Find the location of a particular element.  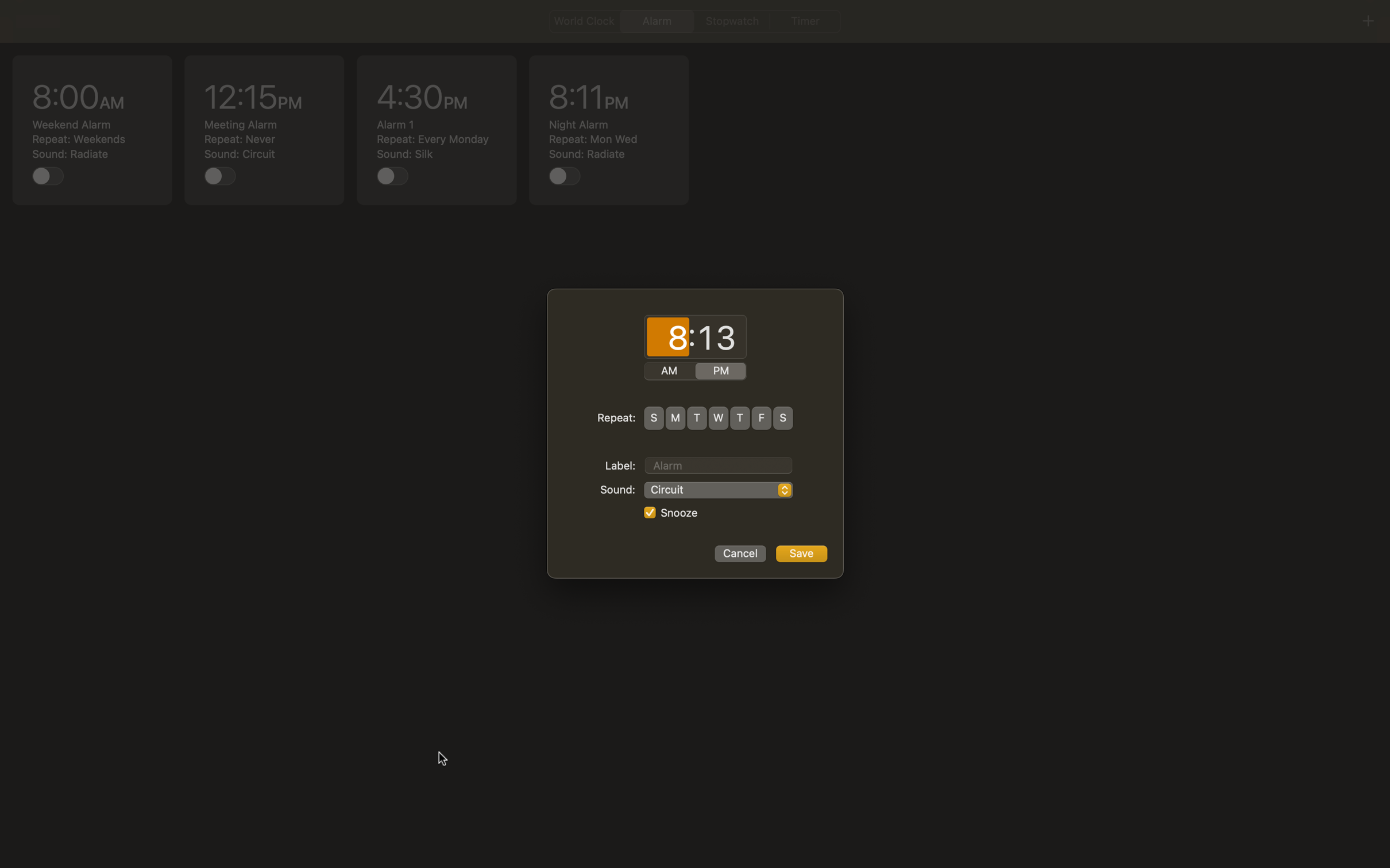

Update the time fields with 2 hours and 00 minutes is located at coordinates (667, 338).